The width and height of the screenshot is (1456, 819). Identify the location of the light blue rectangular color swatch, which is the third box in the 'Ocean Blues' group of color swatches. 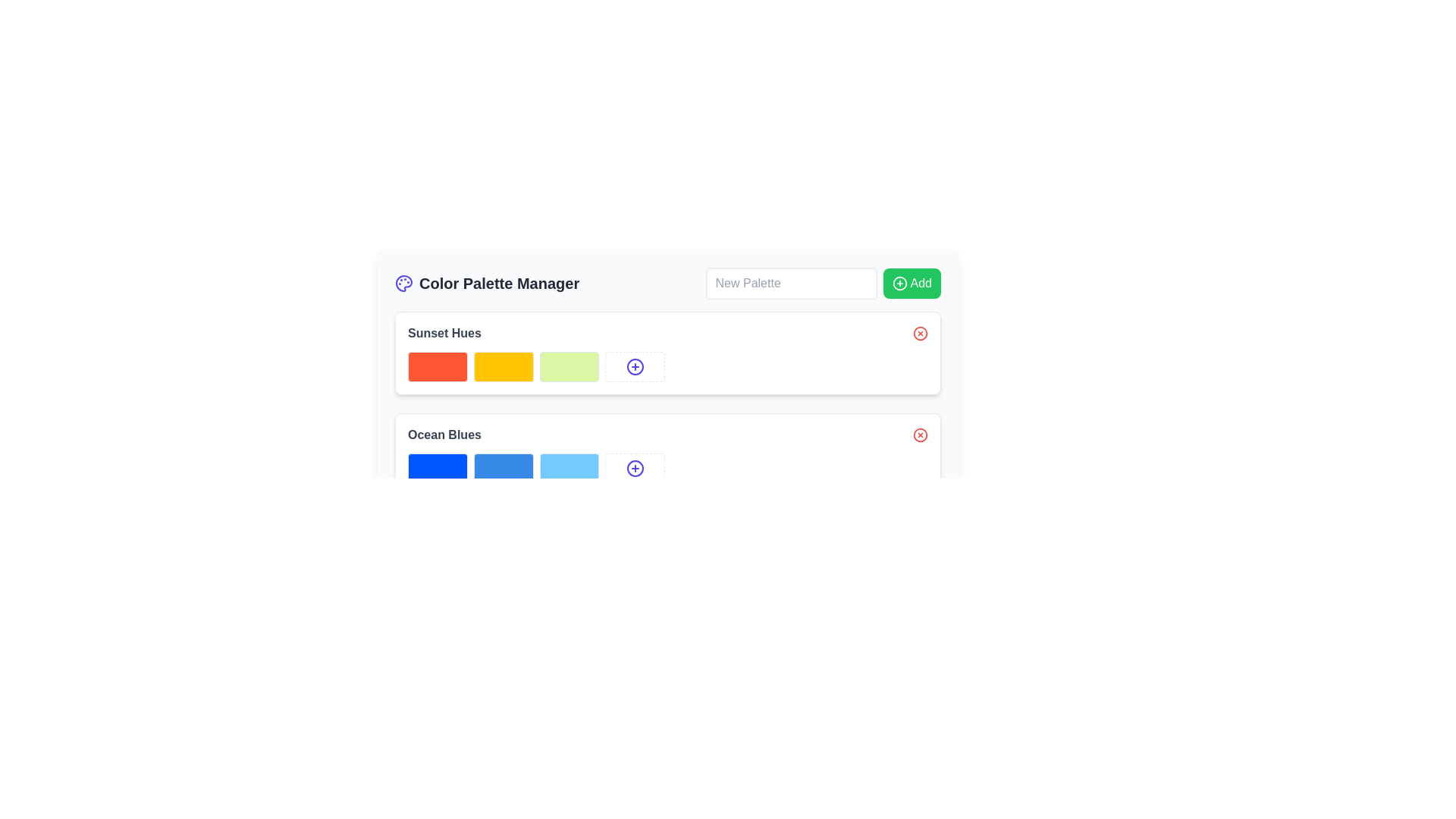
(568, 467).